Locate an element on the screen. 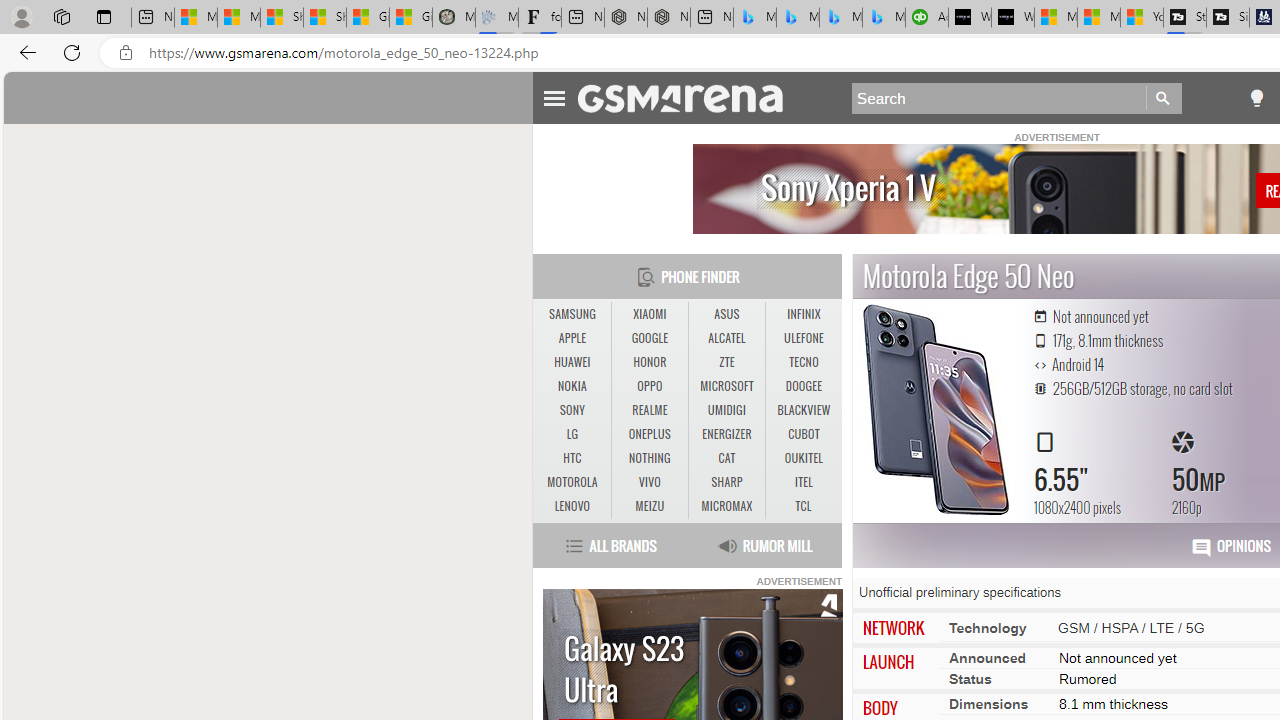  'Motorola Edge 50 Neo MORE PICTURES' is located at coordinates (934, 409).